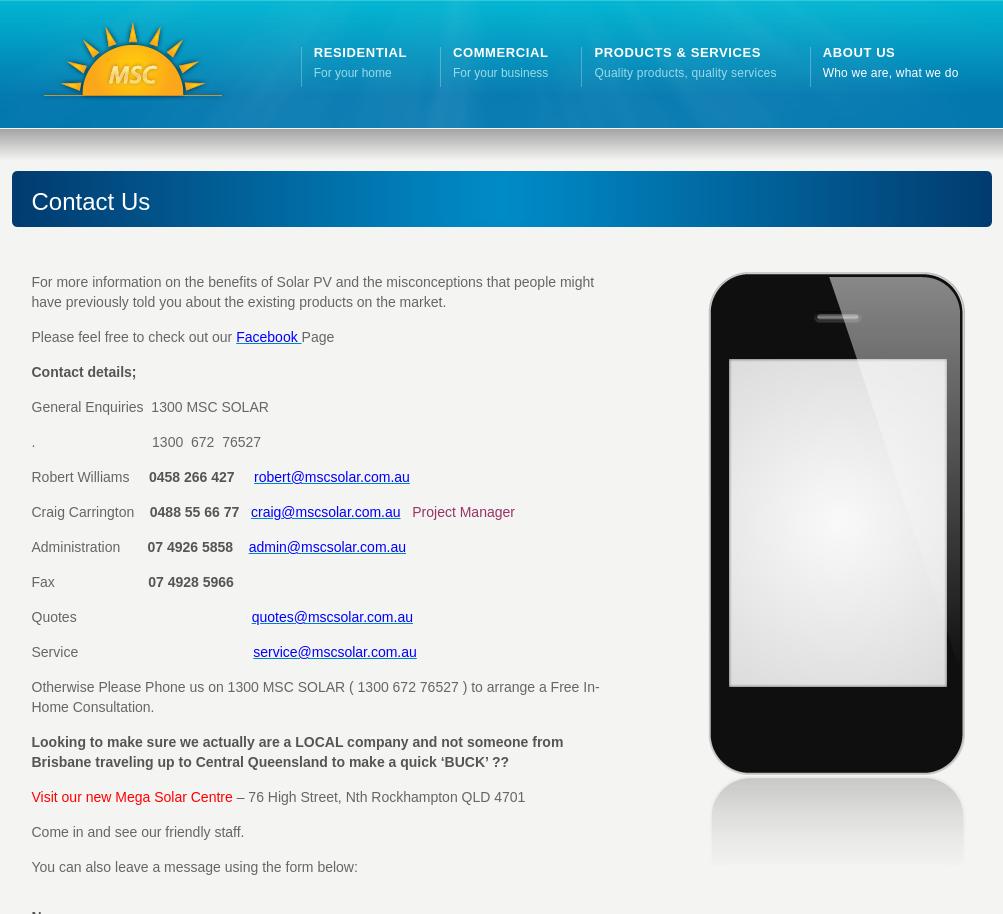 The image size is (1003, 914). What do you see at coordinates (377, 796) in the screenshot?
I see `'– 76 High Street, Nth Rockhampton QLD 4701'` at bounding box center [377, 796].